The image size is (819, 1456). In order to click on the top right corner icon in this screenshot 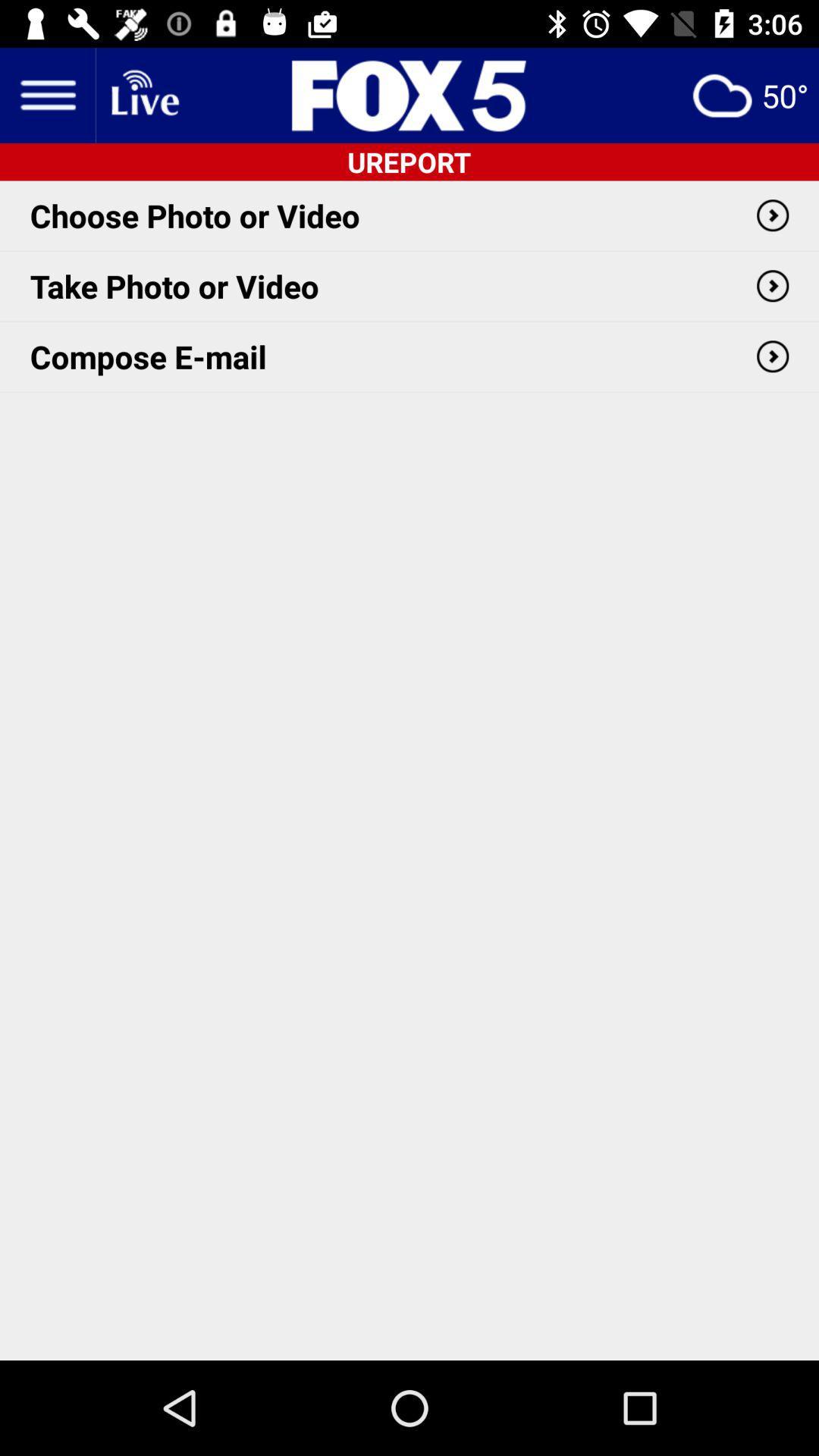, I will do `click(749, 94)`.